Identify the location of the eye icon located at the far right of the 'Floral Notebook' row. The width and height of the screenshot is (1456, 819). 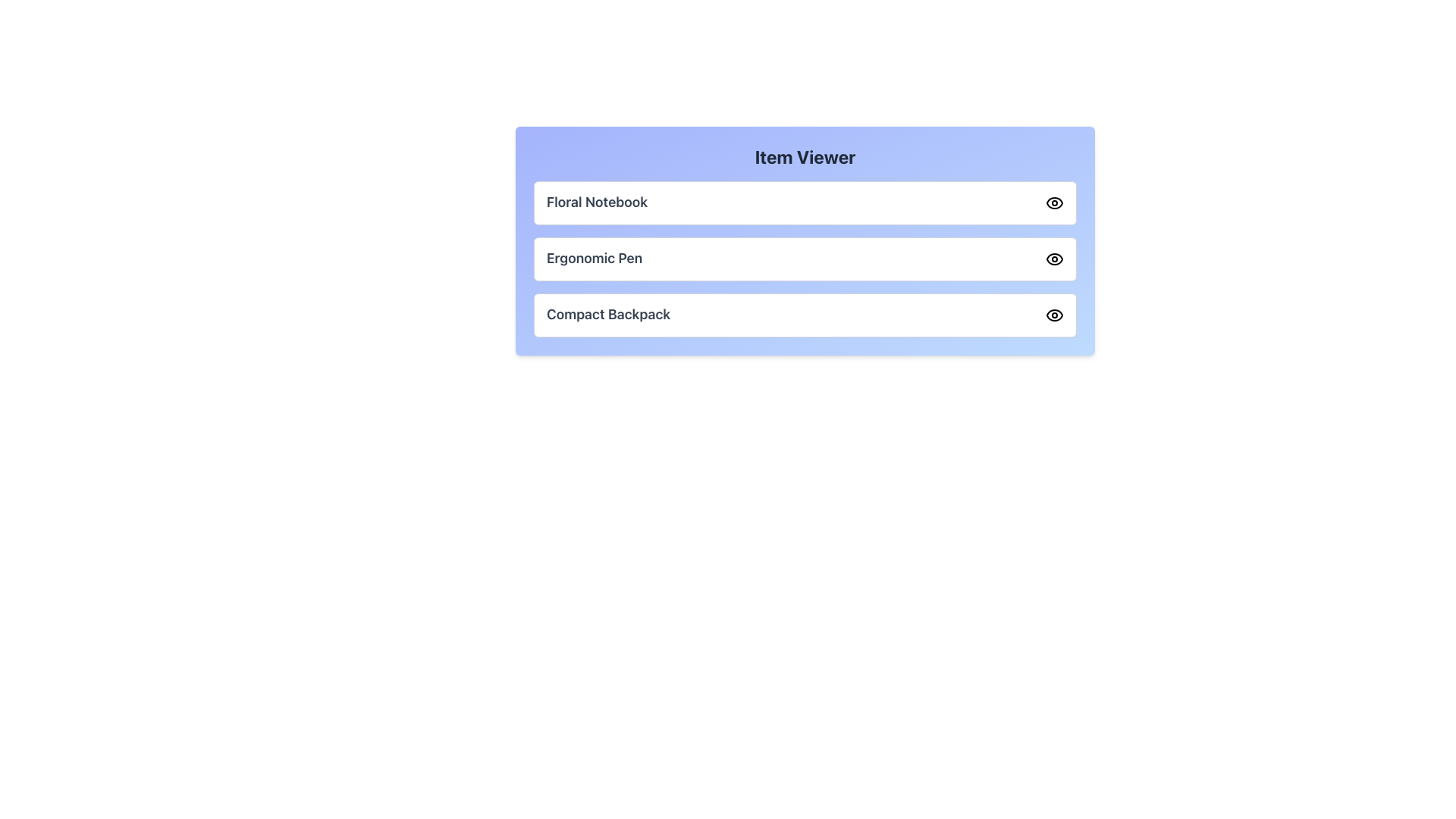
(1054, 202).